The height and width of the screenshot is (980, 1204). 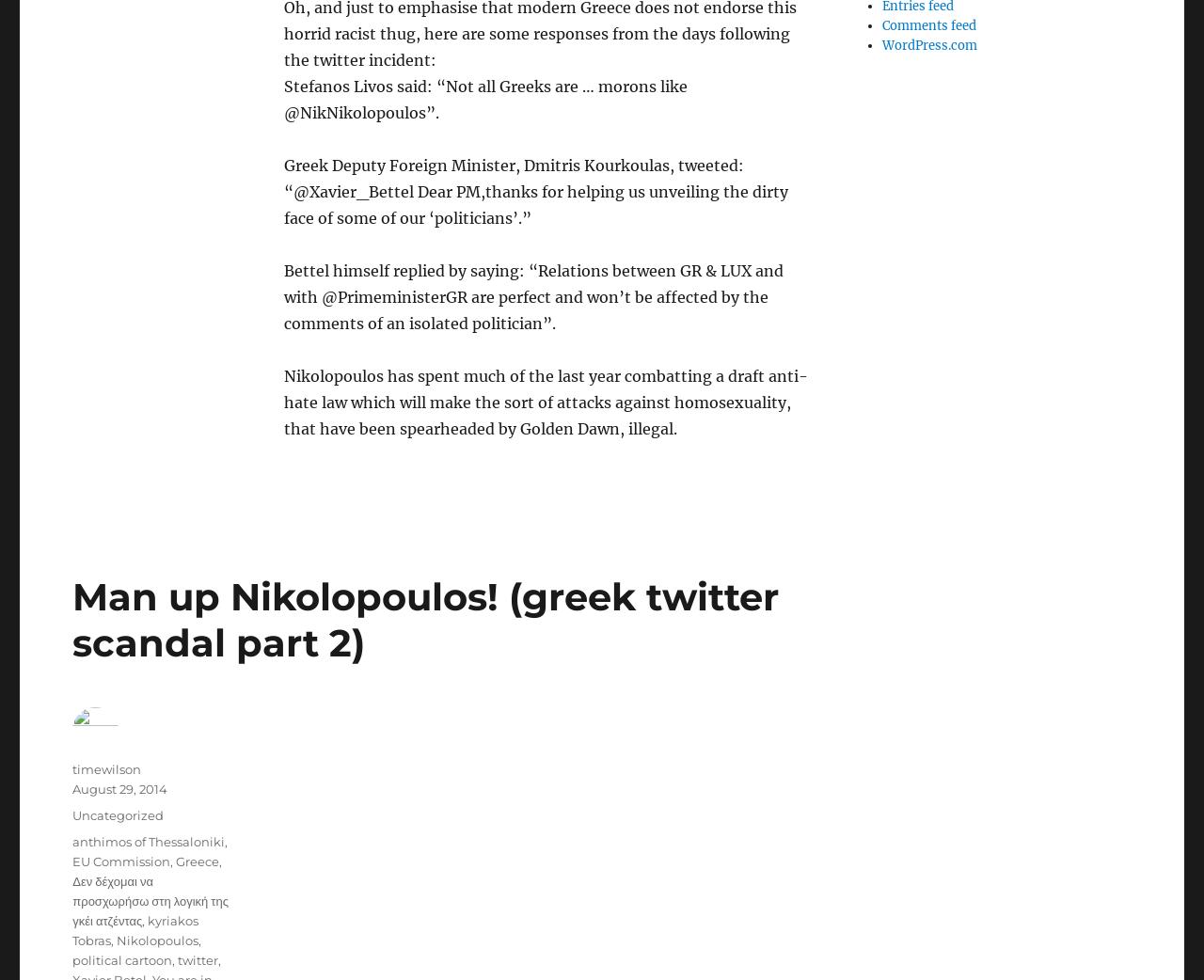 I want to click on 'Stefanos Livos said: “Not all Greeks are … morons like @NikNikolopoulos”.', so click(x=282, y=99).